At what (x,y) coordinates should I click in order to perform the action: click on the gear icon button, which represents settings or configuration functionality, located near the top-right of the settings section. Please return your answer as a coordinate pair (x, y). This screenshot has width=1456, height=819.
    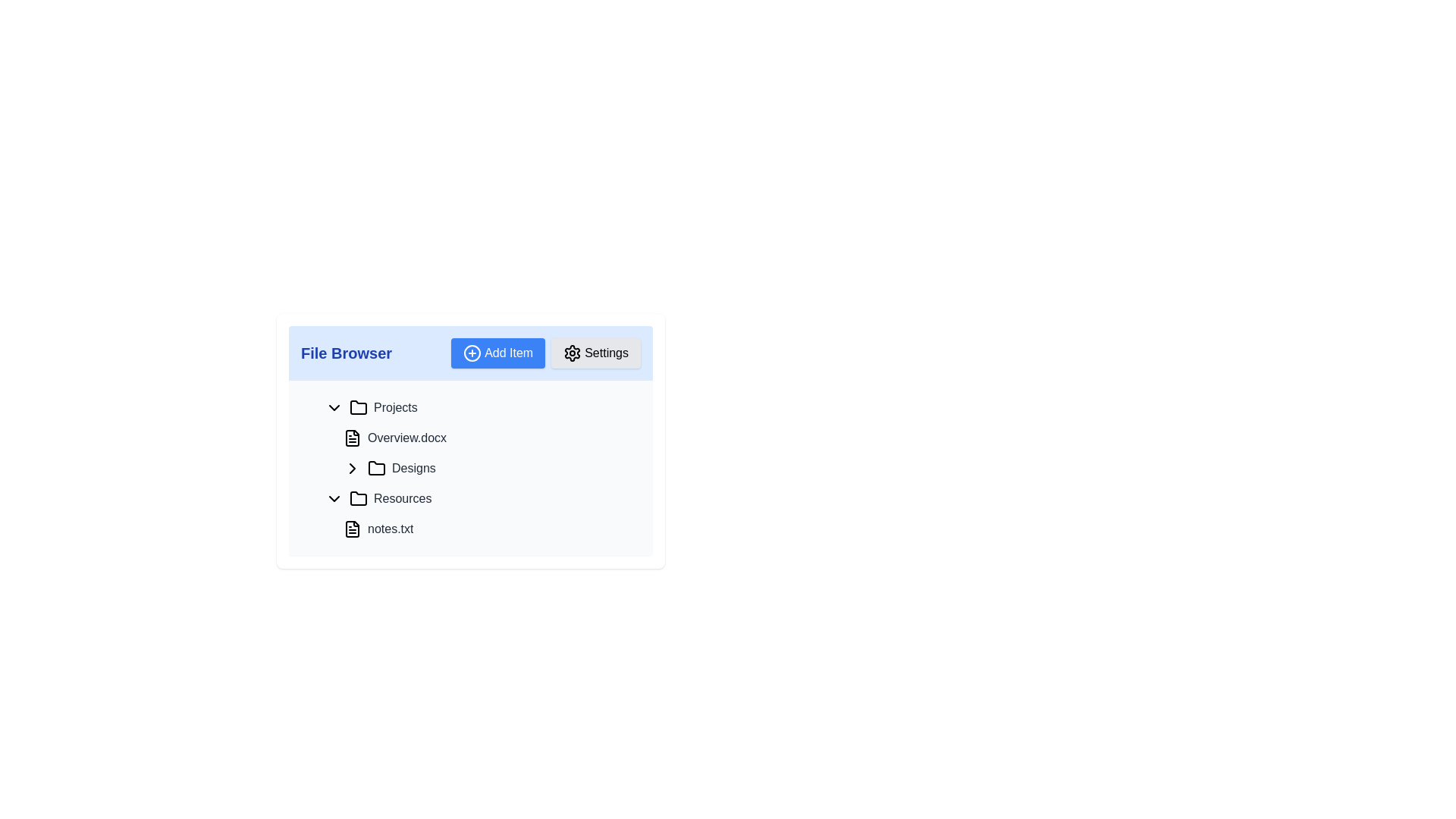
    Looking at the image, I should click on (571, 353).